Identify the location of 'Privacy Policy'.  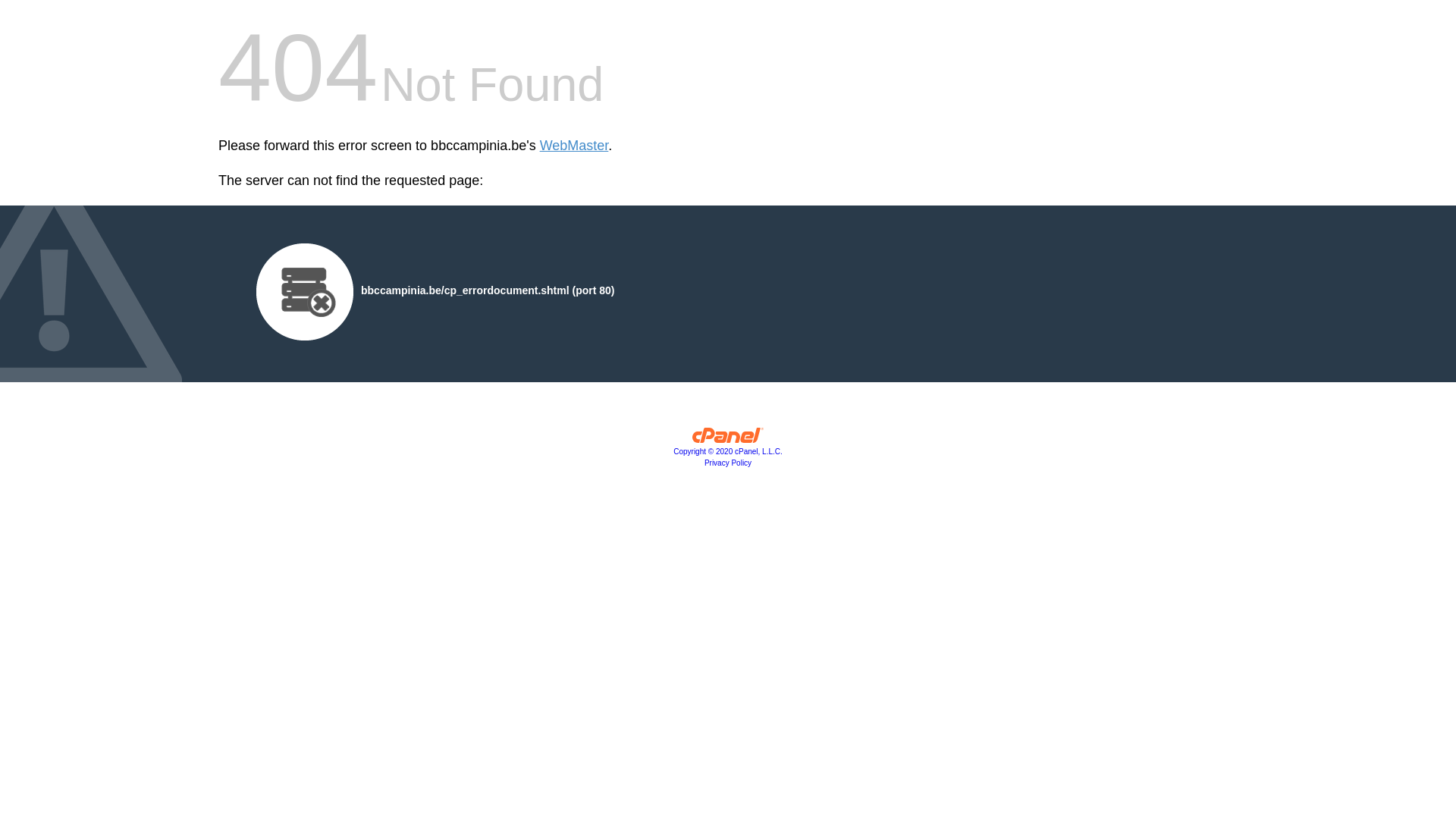
(728, 462).